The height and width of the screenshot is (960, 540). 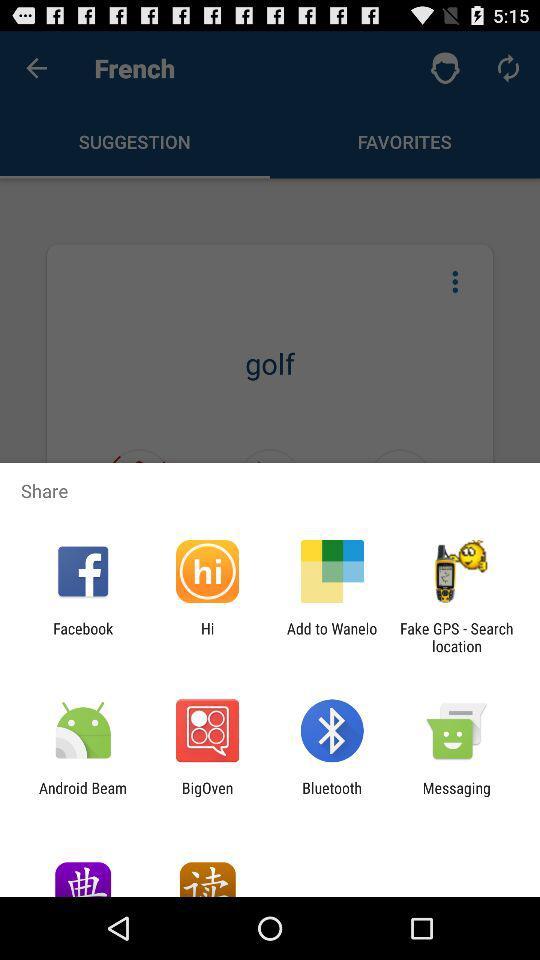 I want to click on android beam item, so click(x=82, y=796).